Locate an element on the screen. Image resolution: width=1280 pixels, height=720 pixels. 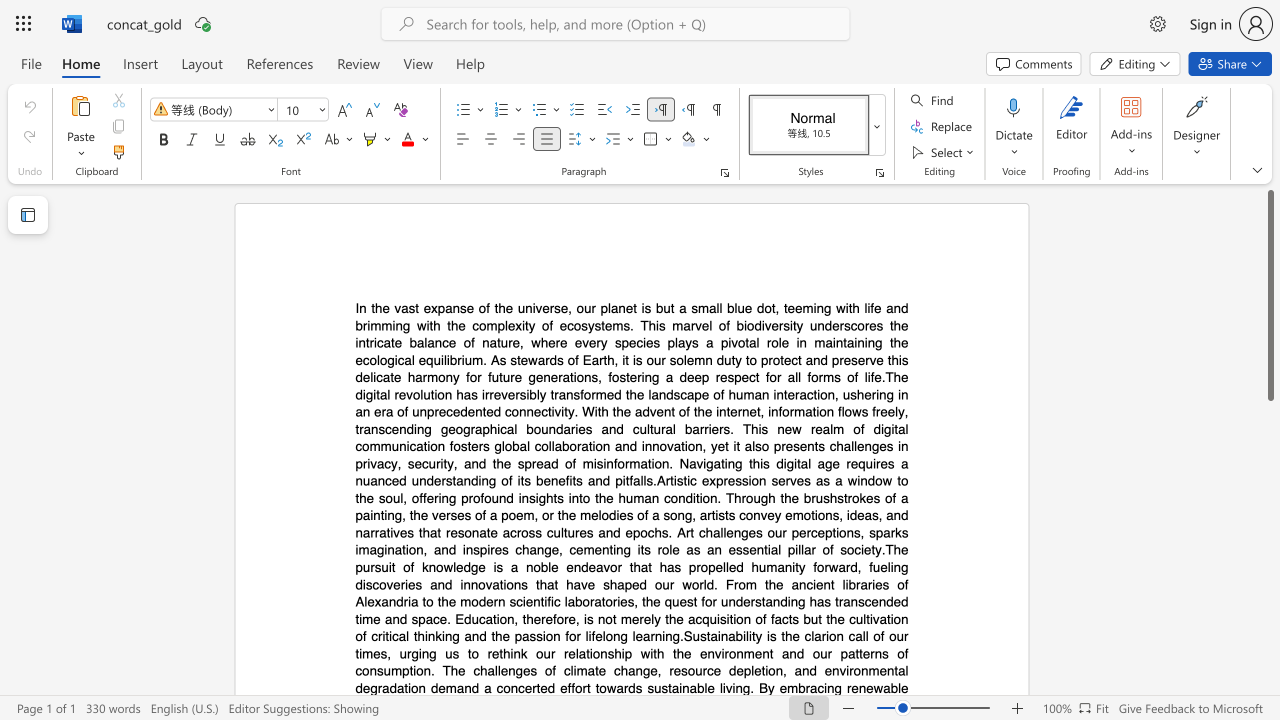
the scrollbar to move the view down is located at coordinates (1269, 560).